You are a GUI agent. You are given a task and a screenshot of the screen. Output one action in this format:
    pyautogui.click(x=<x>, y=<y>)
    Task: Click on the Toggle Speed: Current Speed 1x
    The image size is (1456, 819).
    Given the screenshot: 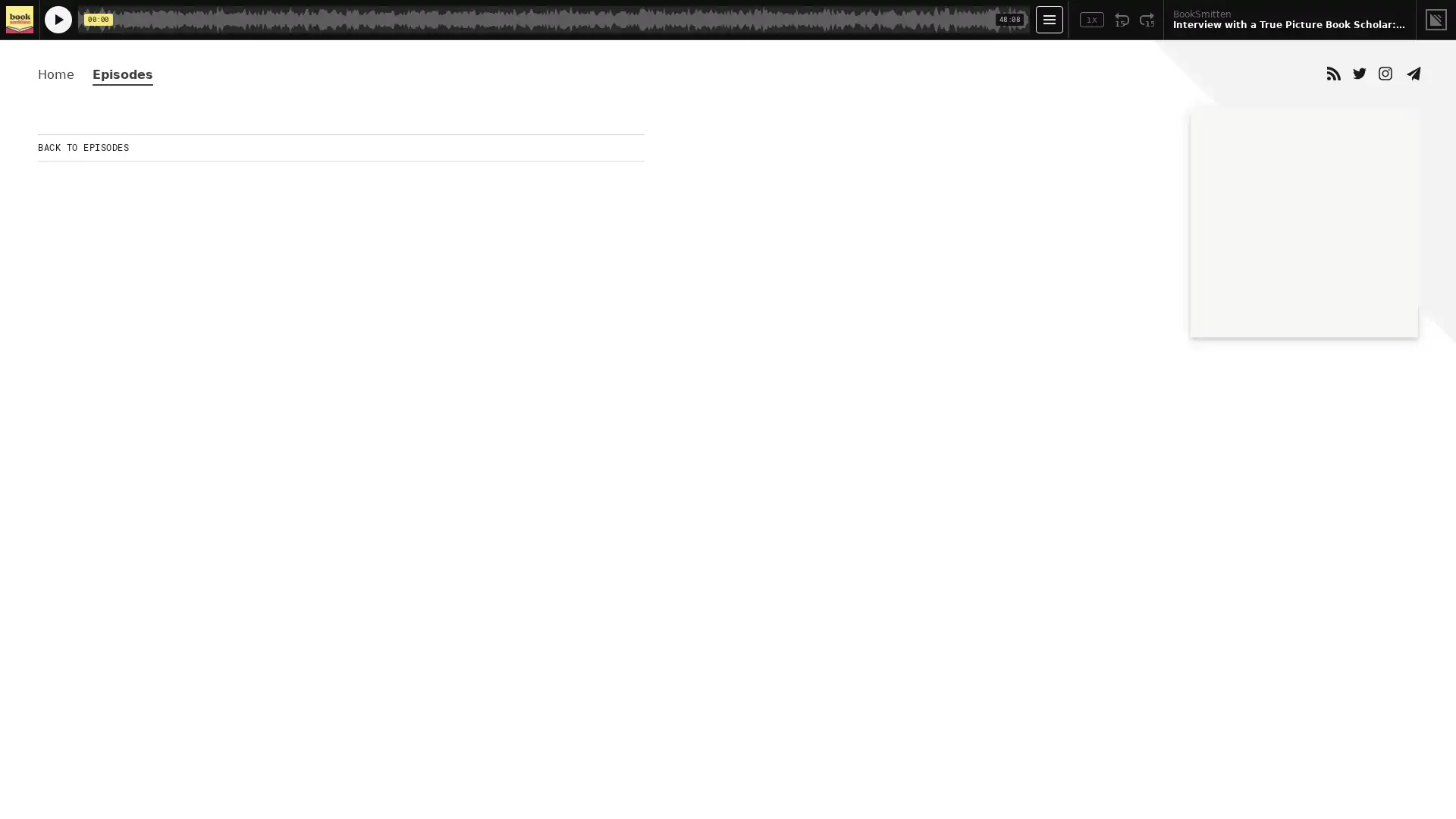 What is the action you would take?
    pyautogui.click(x=1092, y=20)
    